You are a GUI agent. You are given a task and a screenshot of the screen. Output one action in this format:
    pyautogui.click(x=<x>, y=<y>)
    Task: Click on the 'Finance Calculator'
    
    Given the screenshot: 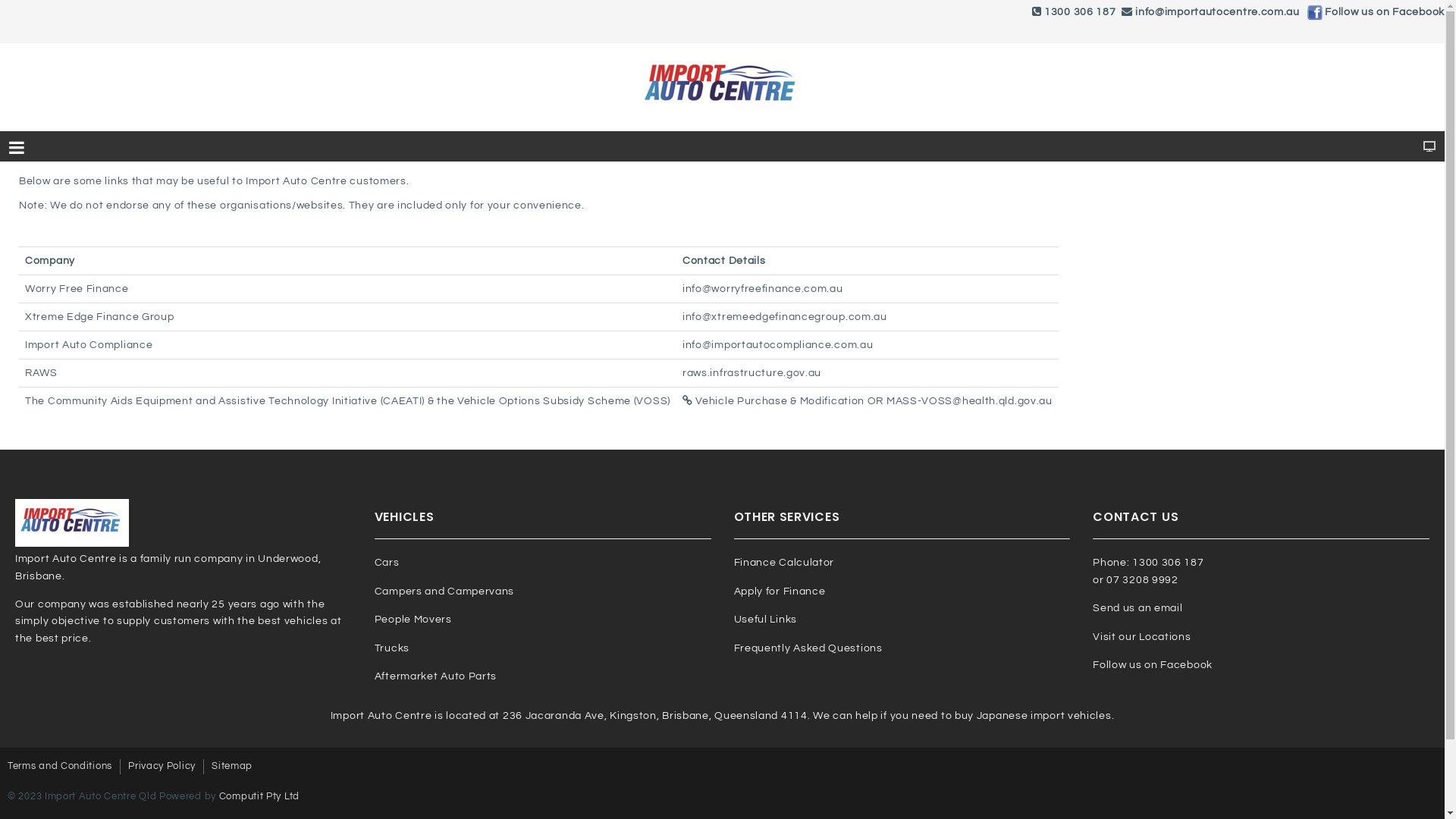 What is the action you would take?
    pyautogui.click(x=784, y=562)
    